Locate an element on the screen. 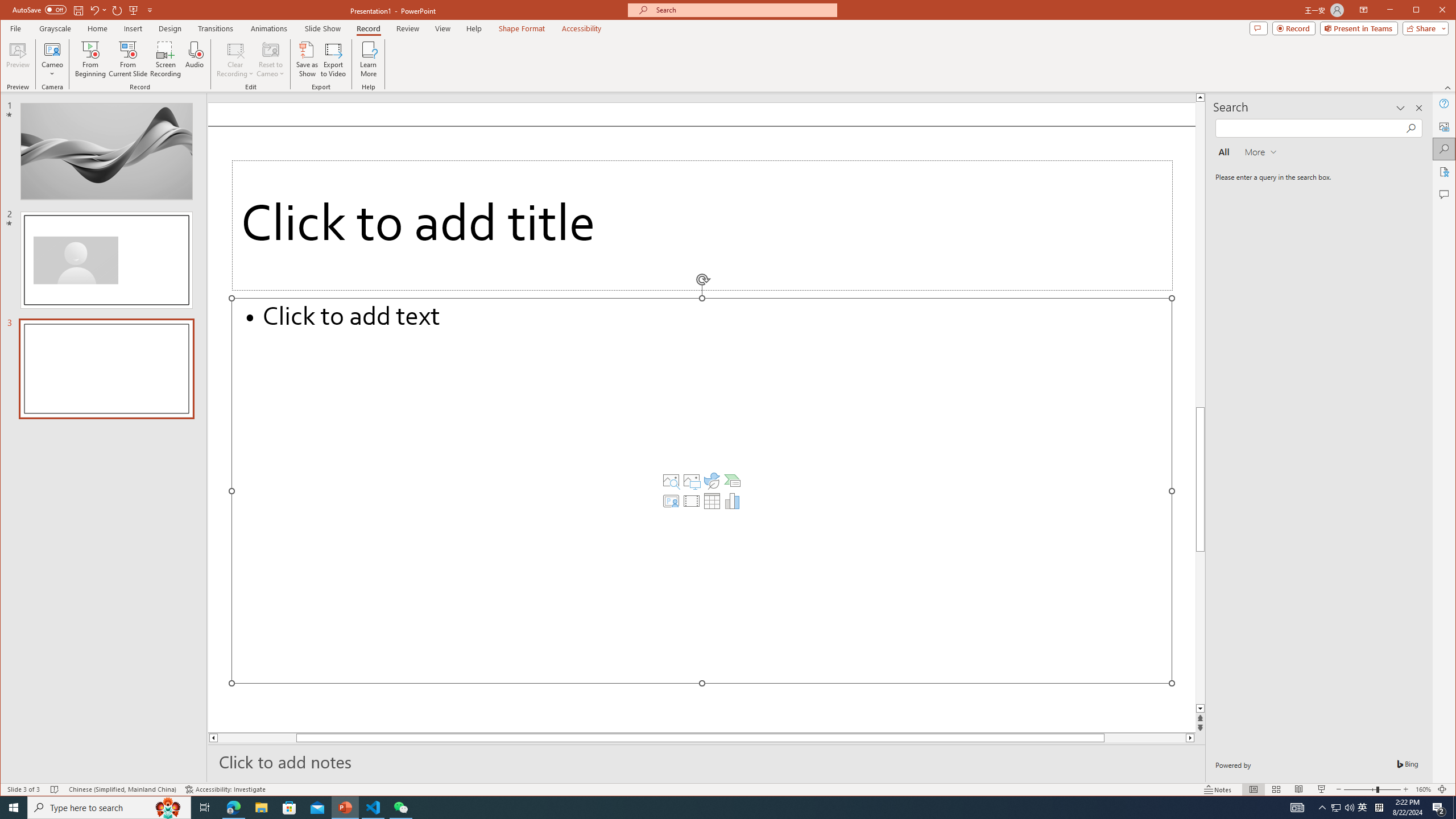  'File Explorer' is located at coordinates (260, 806).